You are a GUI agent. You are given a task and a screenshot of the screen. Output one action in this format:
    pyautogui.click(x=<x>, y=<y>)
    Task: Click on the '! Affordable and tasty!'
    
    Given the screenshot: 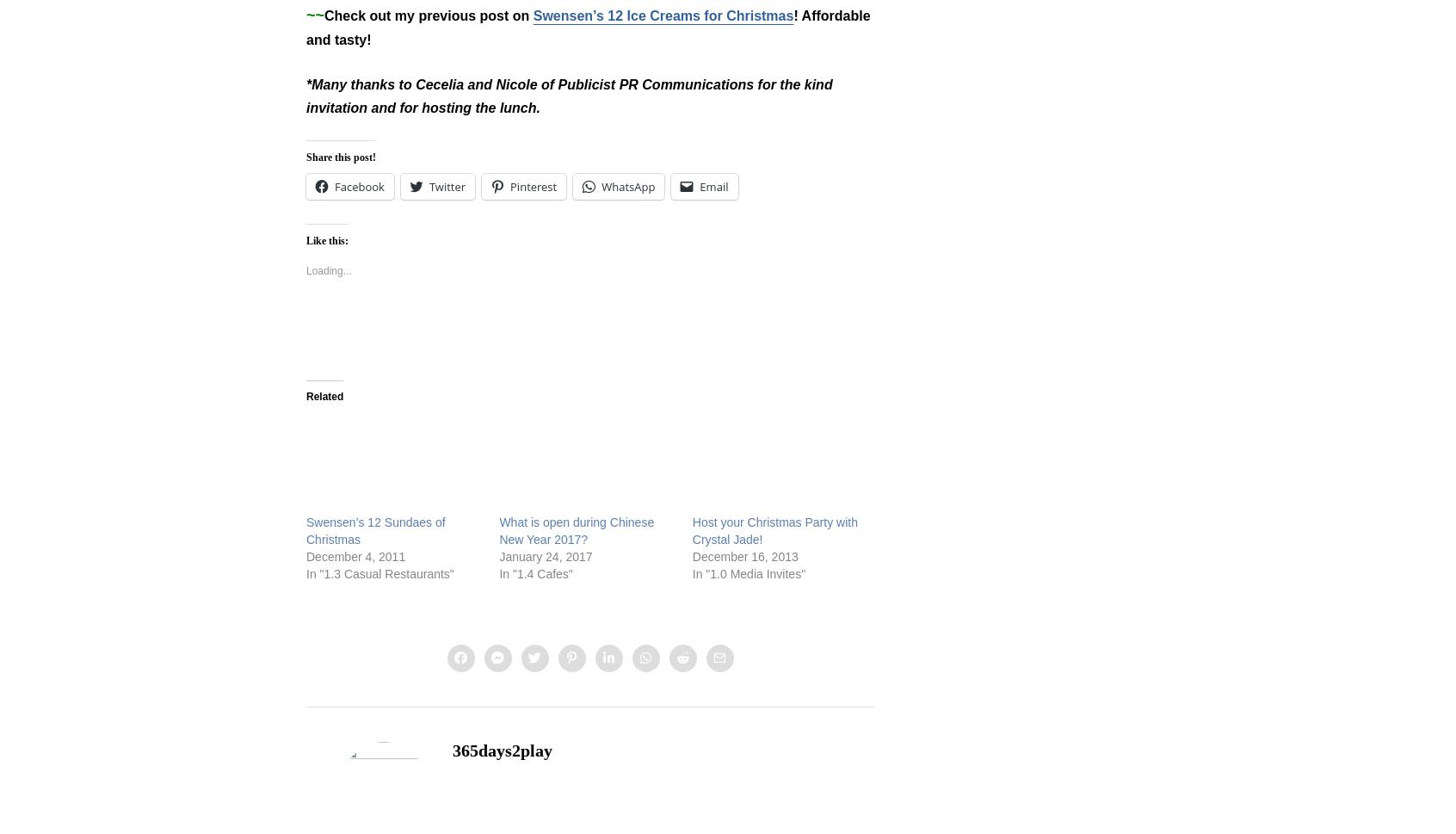 What is the action you would take?
    pyautogui.click(x=305, y=27)
    